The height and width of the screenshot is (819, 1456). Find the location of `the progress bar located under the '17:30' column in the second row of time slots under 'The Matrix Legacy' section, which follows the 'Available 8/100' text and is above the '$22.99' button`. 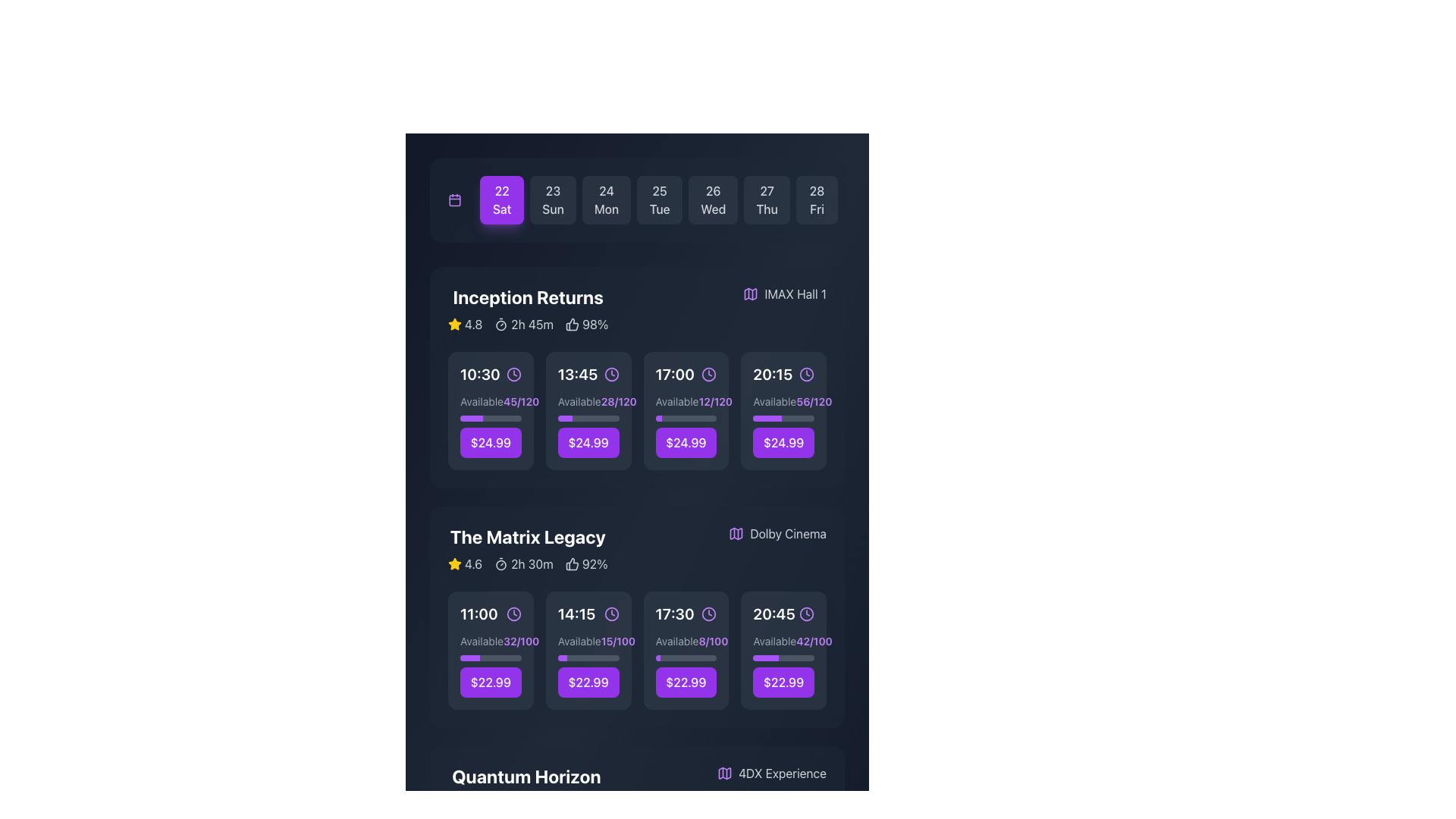

the progress bar located under the '17:30' column in the second row of time slots under 'The Matrix Legacy' section, which follows the 'Available 8/100' text and is above the '$22.99' button is located at coordinates (685, 657).